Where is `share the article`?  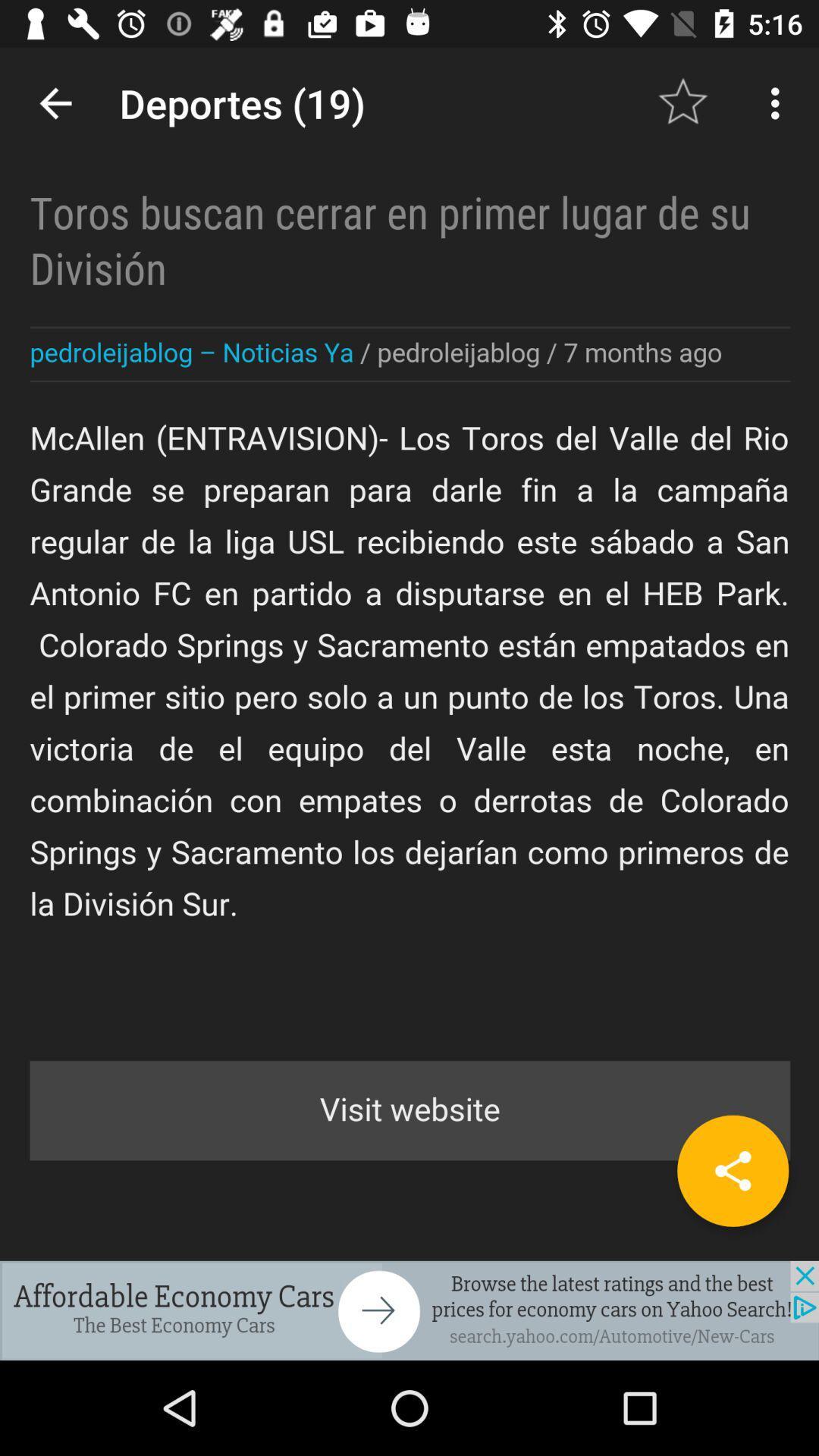
share the article is located at coordinates (732, 1170).